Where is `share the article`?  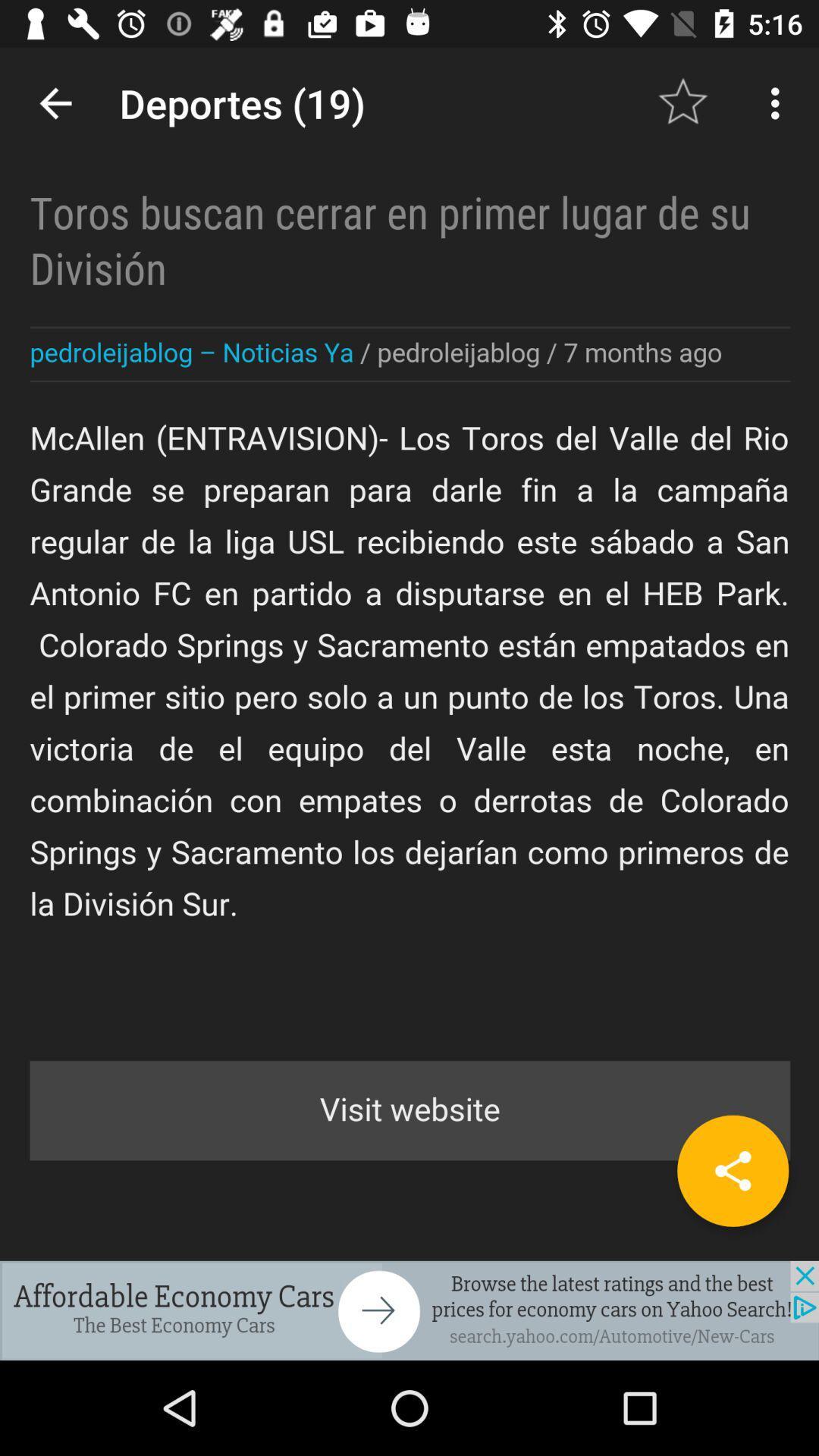
share the article is located at coordinates (732, 1170).